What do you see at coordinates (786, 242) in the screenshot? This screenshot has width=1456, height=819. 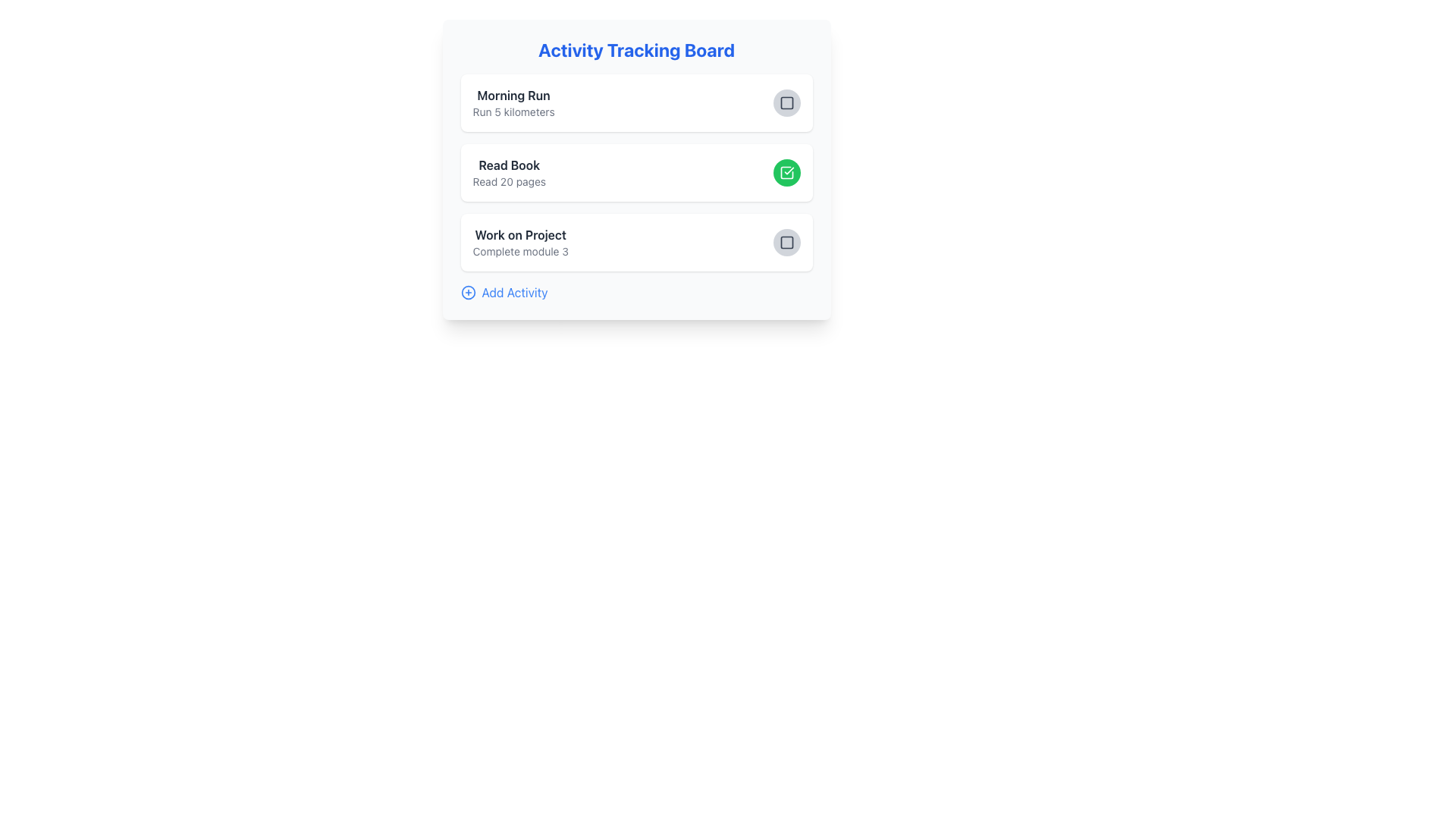 I see `the circular button with a light gray background and dark gray square icon` at bounding box center [786, 242].